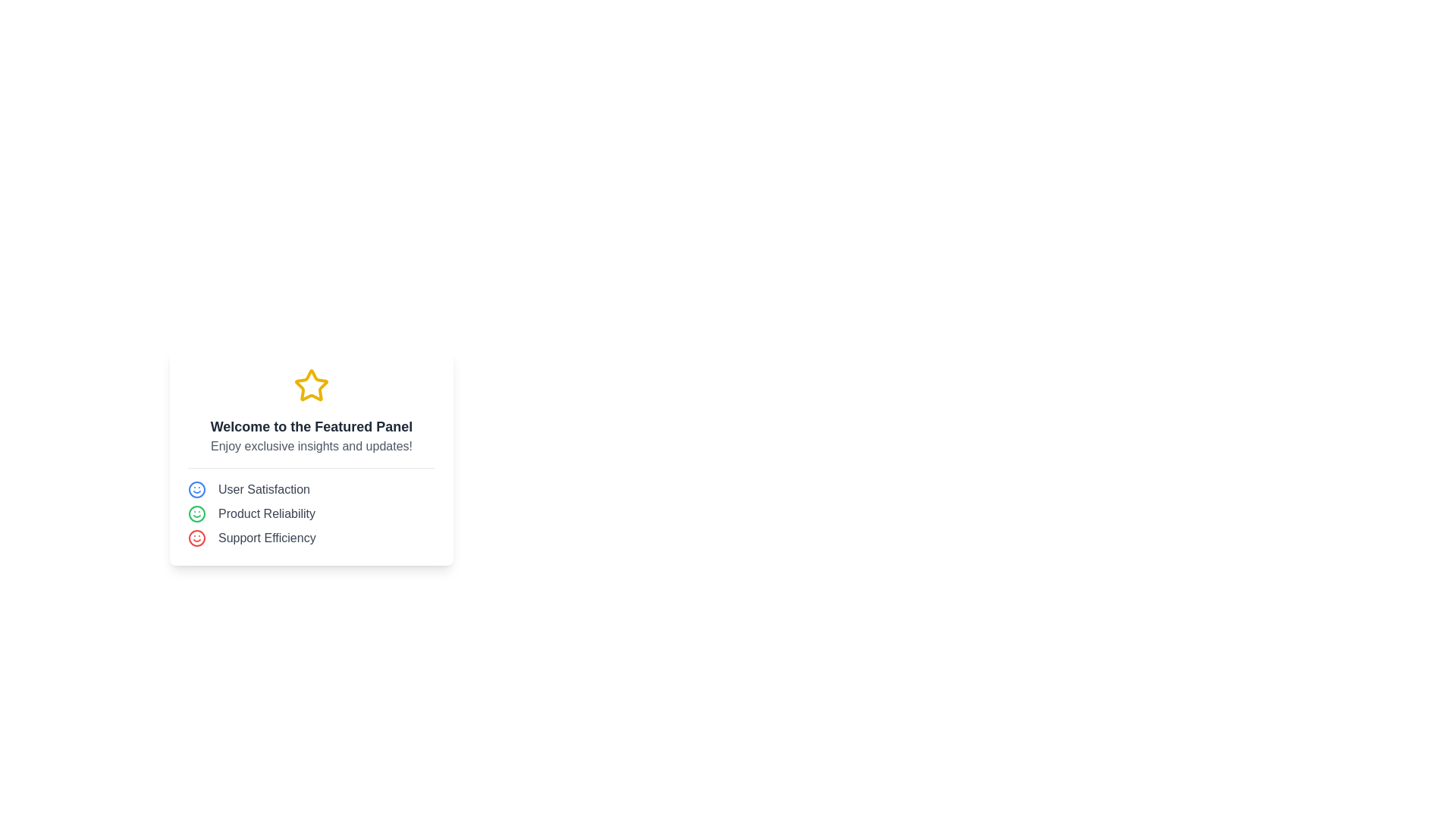 This screenshot has height=819, width=1456. Describe the element at coordinates (264, 489) in the screenshot. I see `the 'User Satisfaction' text label, which is styled in dark gray on a light background, positioned below the 'Welcome to the Featured Panel' section and to the right of a blue smiley icon` at that location.